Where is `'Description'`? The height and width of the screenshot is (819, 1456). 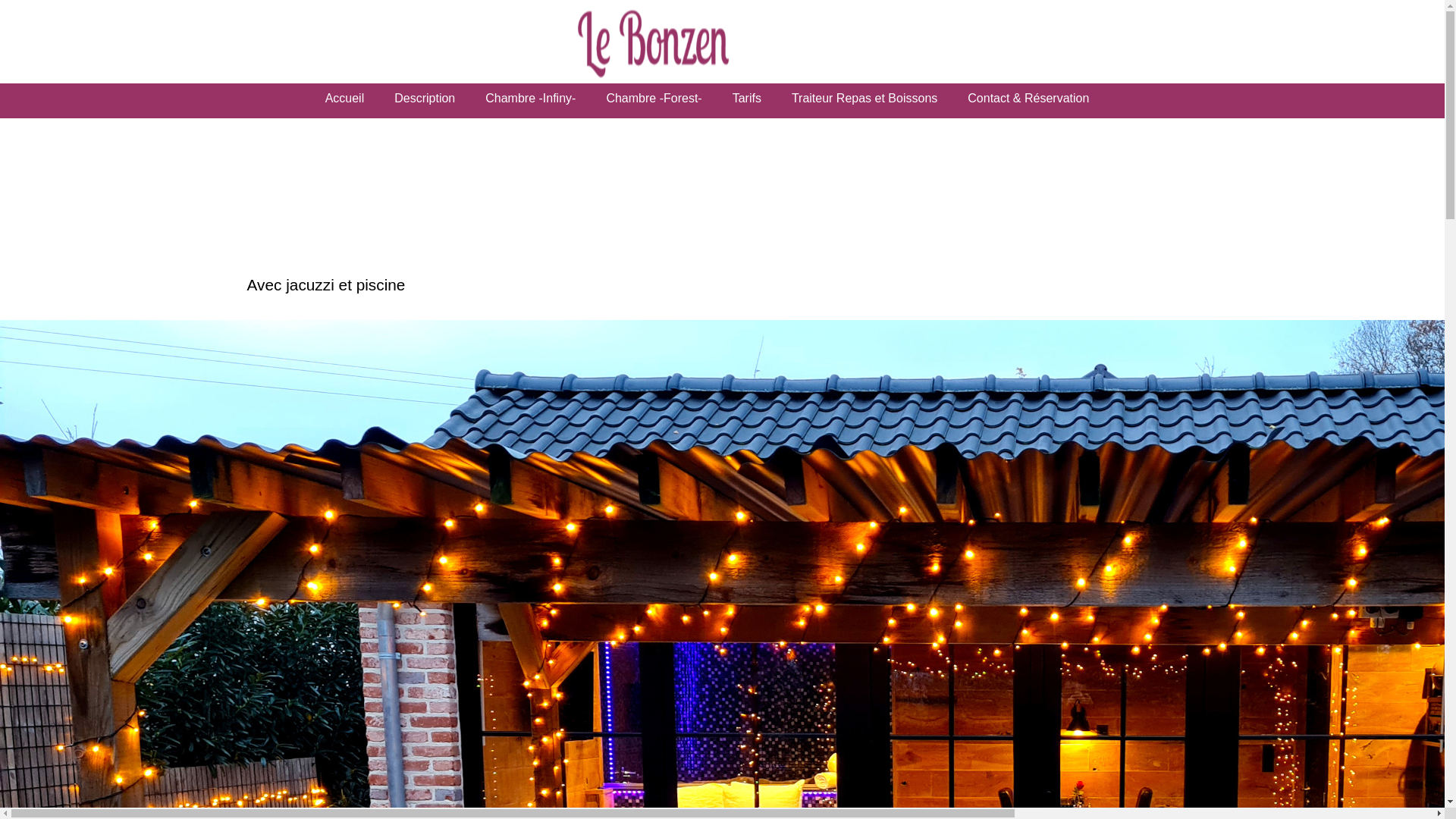 'Description' is located at coordinates (394, 99).